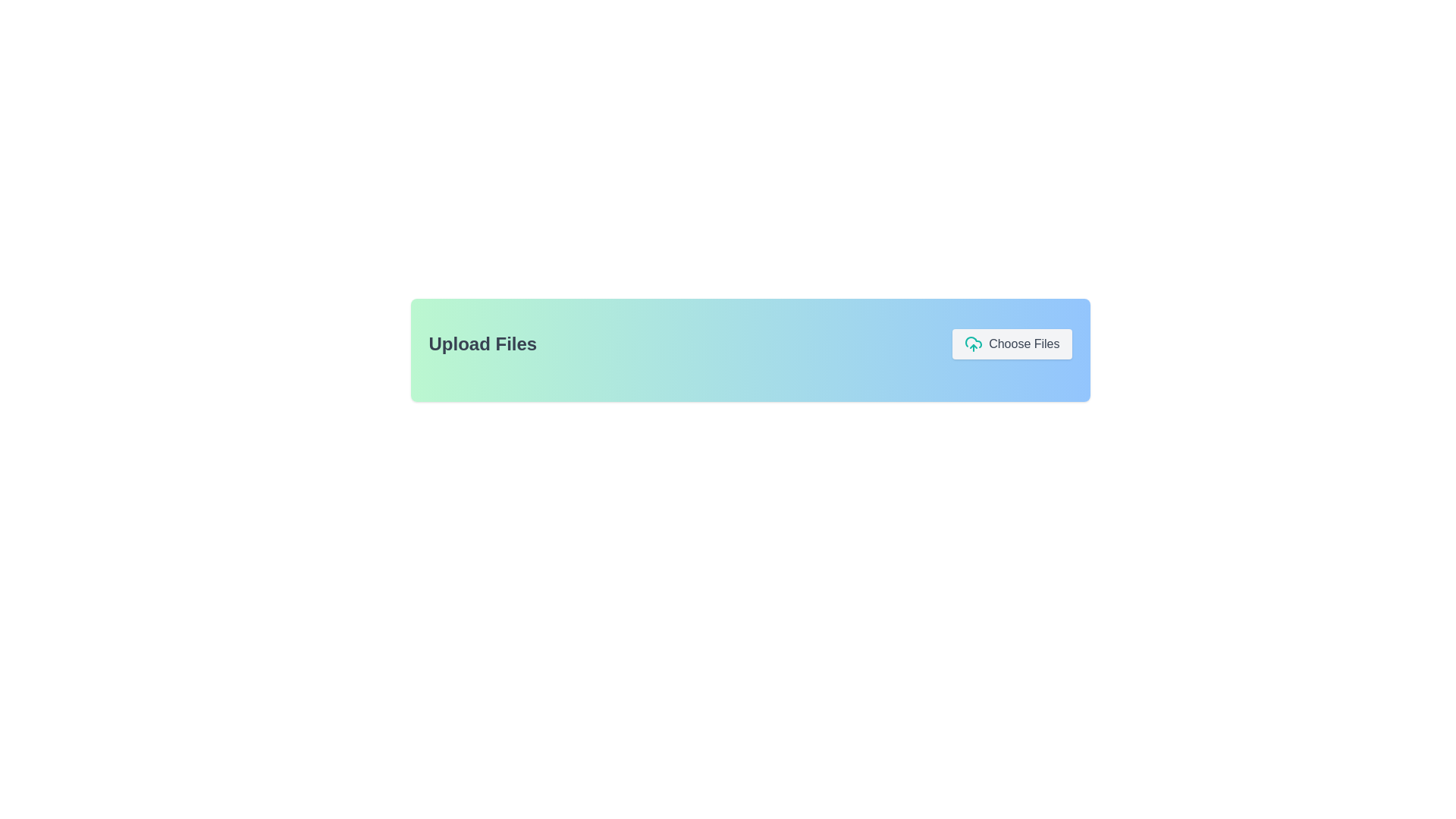  Describe the element at coordinates (1012, 344) in the screenshot. I see `the 'Choose Files' button, which is styled with a rounded light gray background and features an upload cloud icon` at that location.